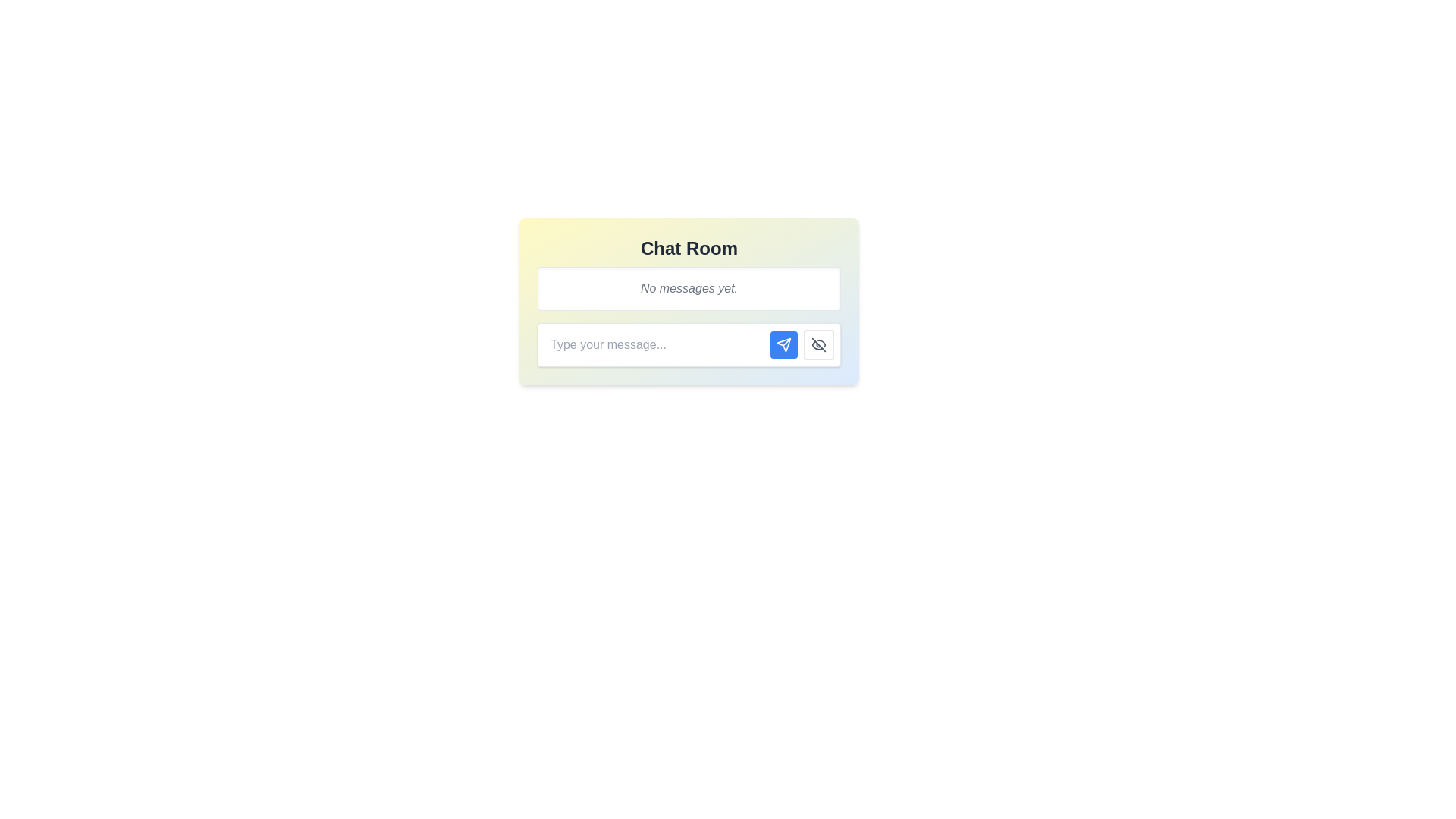 This screenshot has height=819, width=1456. What do you see at coordinates (688, 247) in the screenshot?
I see `the chat title text label at the top center of the chat interface` at bounding box center [688, 247].